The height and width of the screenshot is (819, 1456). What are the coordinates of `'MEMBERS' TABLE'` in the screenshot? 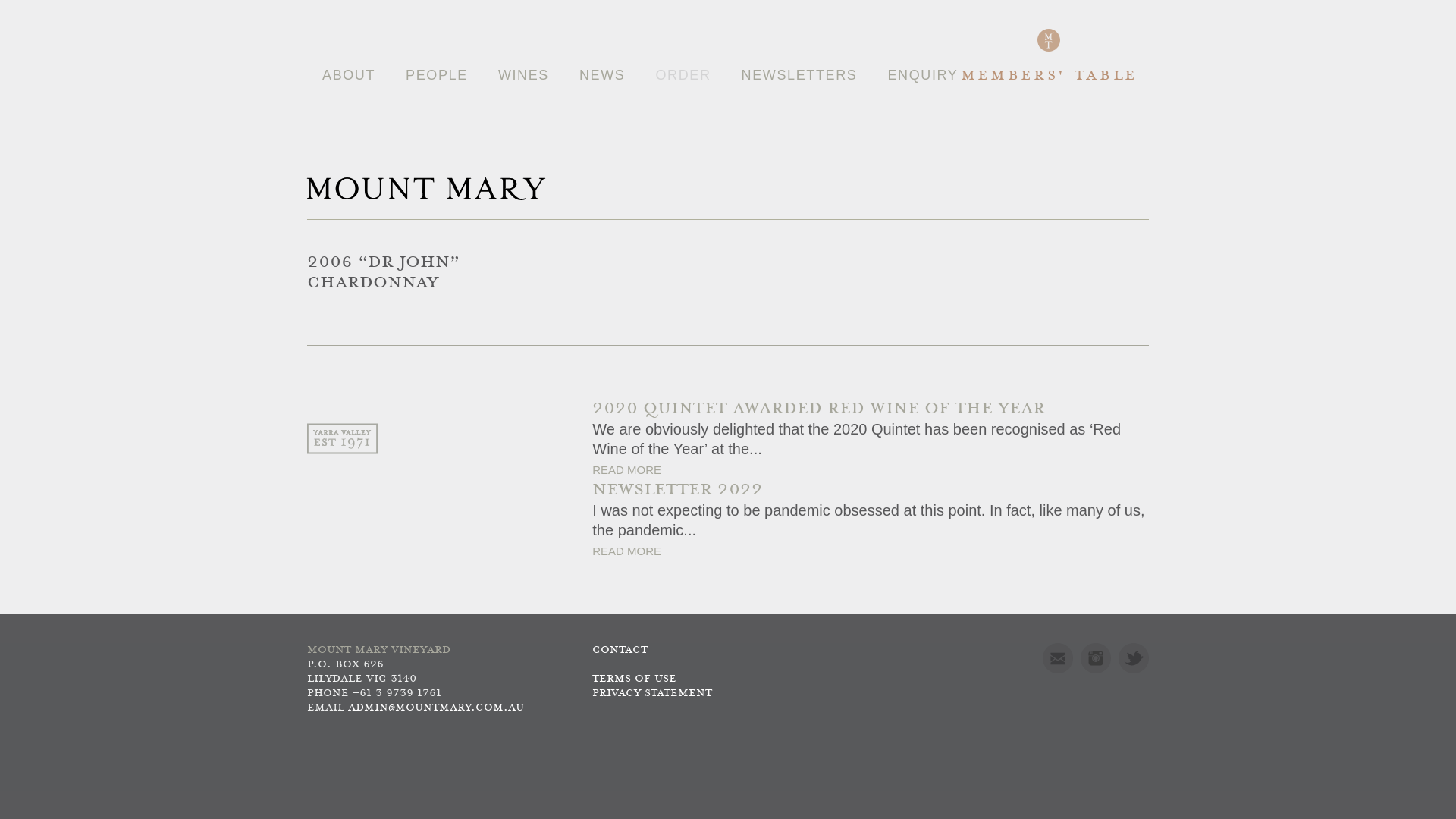 It's located at (1048, 85).